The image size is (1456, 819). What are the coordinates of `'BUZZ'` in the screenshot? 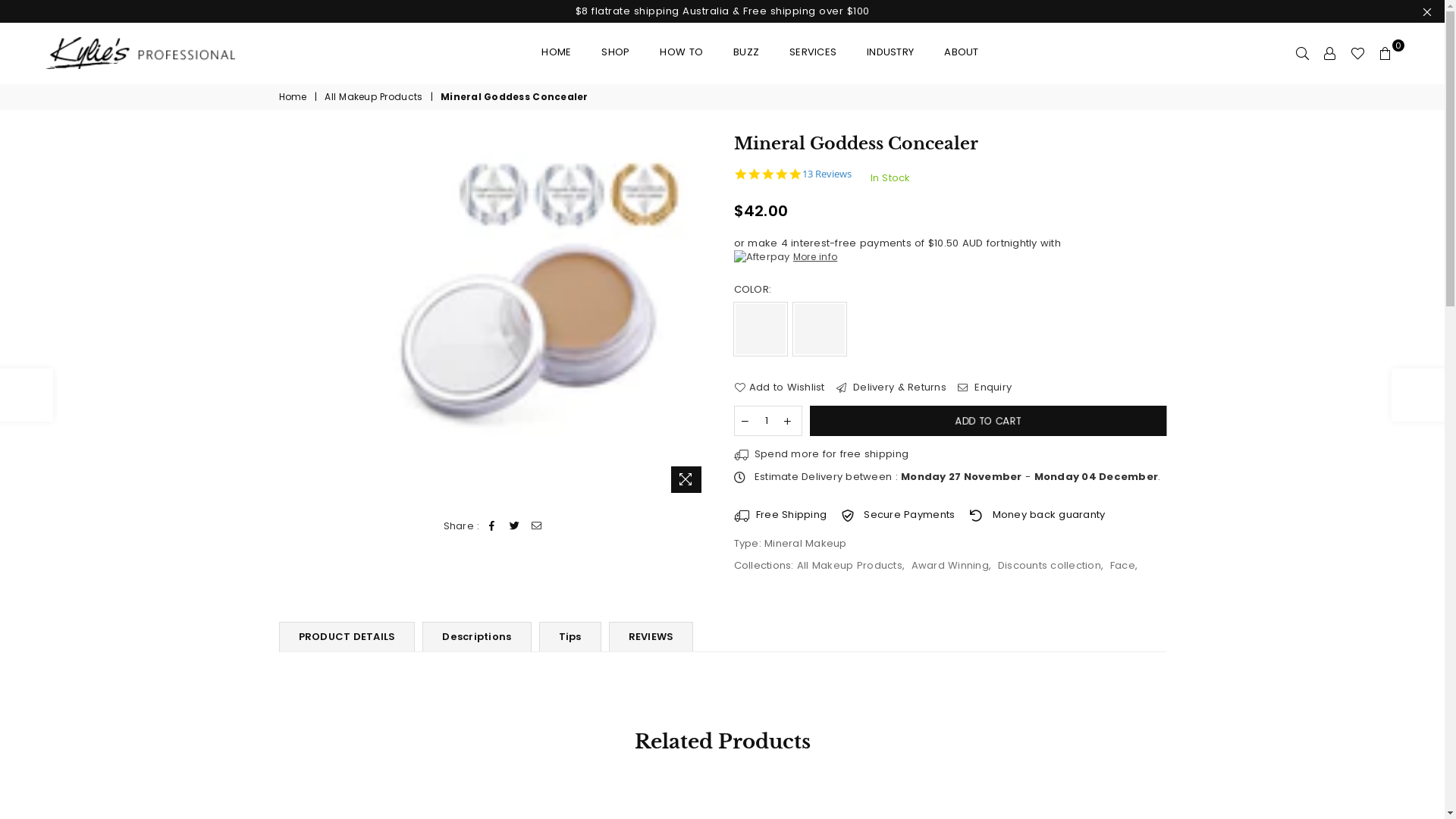 It's located at (720, 52).